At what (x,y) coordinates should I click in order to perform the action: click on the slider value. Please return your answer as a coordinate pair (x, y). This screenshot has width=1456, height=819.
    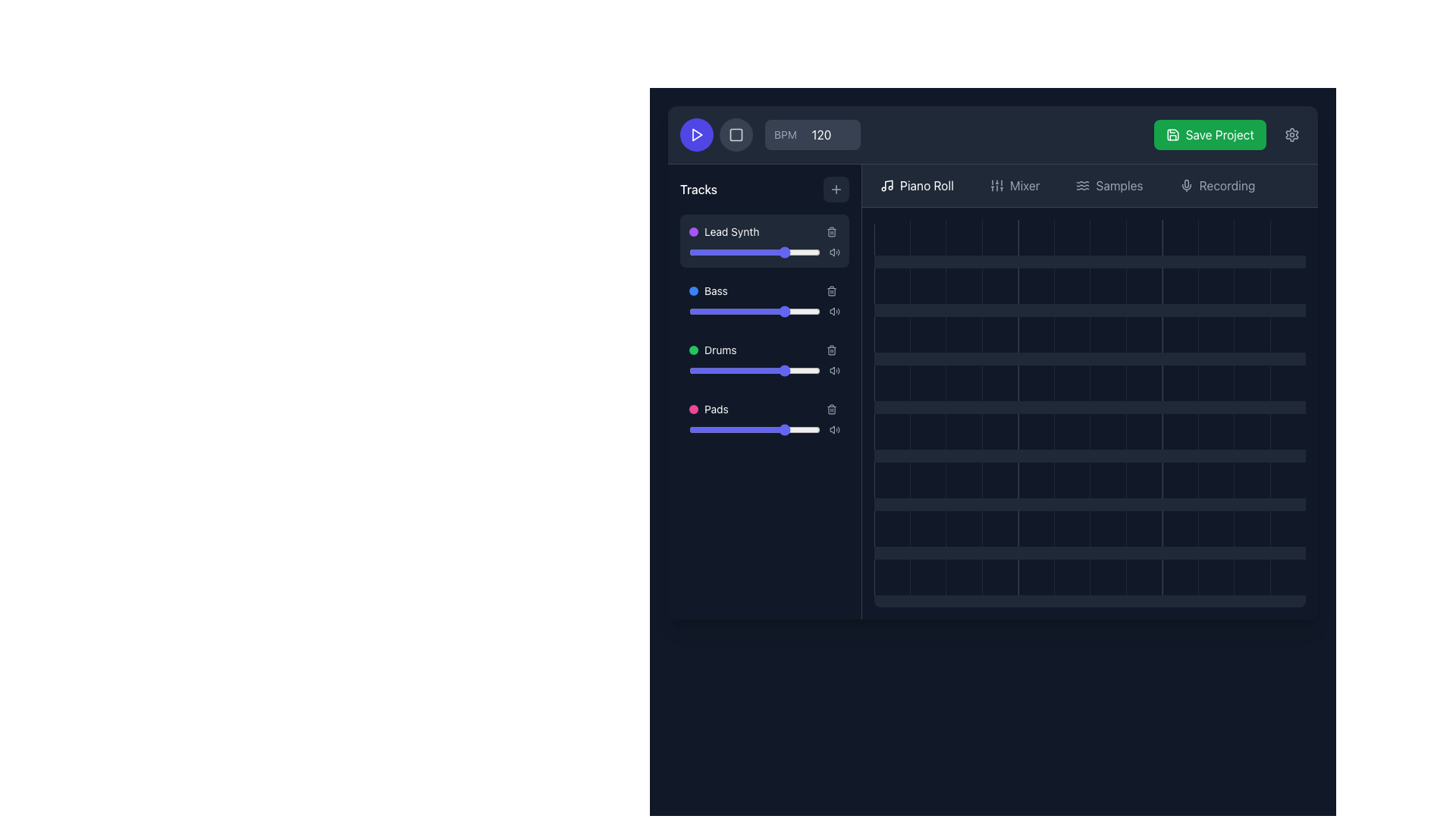
    Looking at the image, I should click on (723, 311).